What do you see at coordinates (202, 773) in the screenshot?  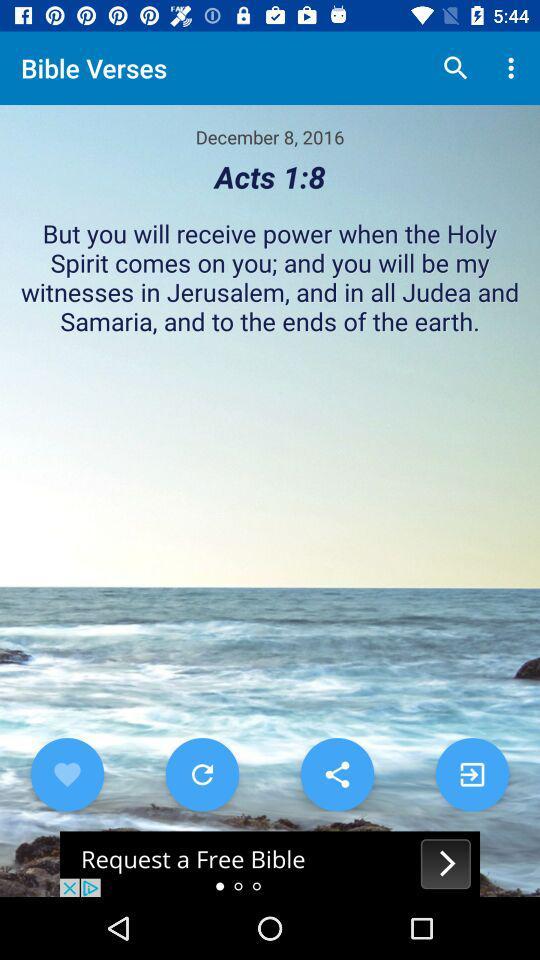 I see `the refresh icon` at bounding box center [202, 773].